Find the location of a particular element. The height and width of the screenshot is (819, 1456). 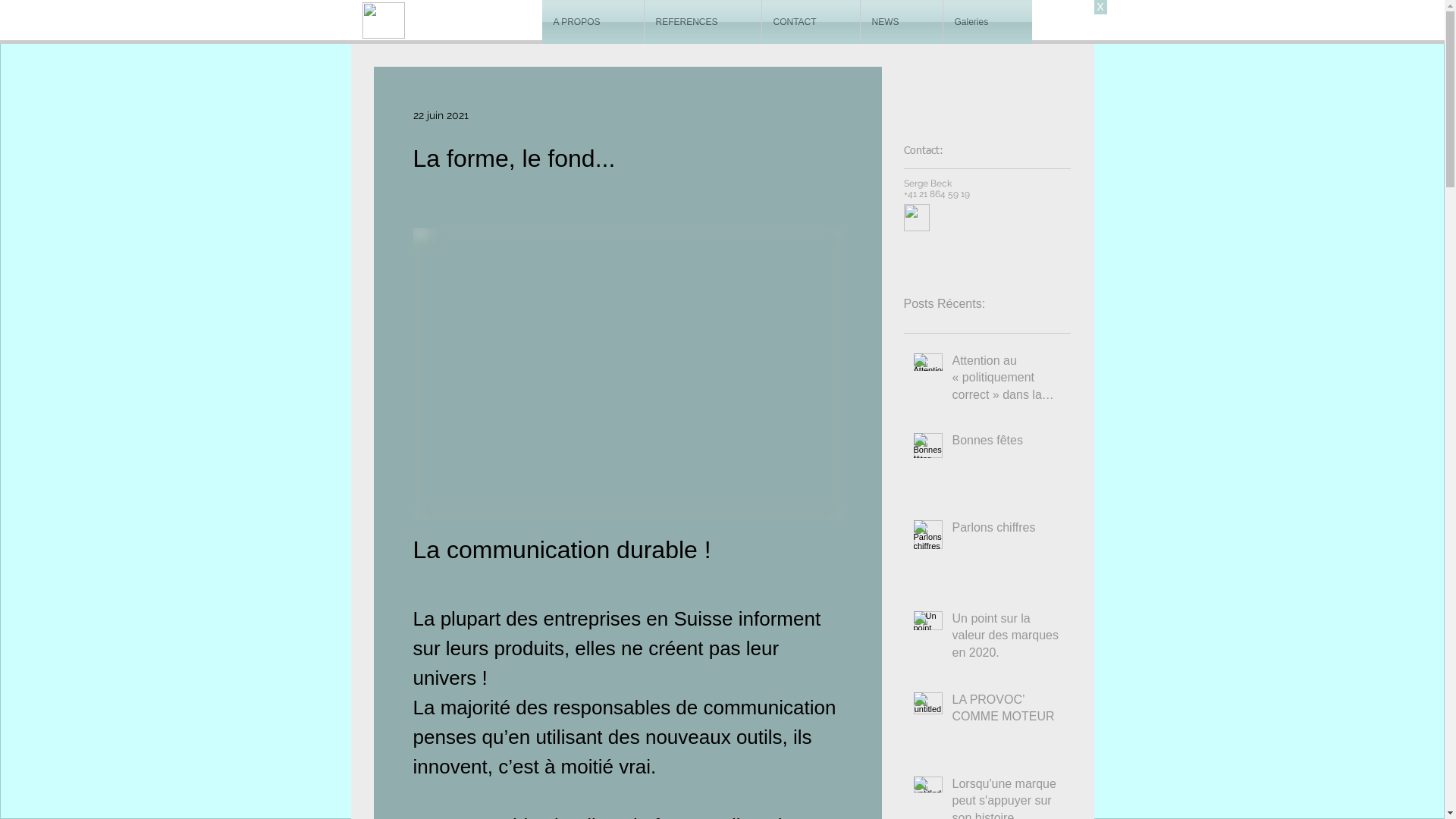

'Galeries' is located at coordinates (987, 22).